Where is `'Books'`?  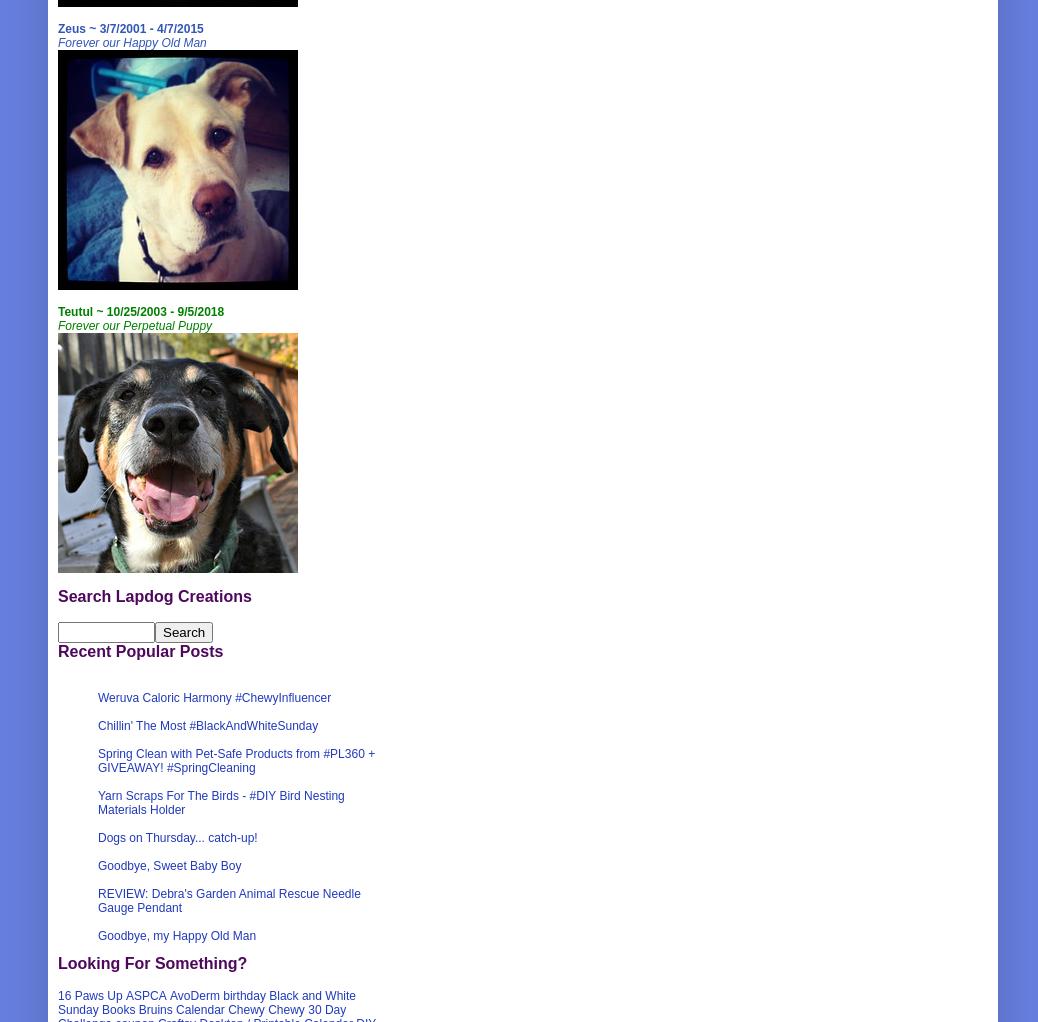
'Books' is located at coordinates (101, 1010).